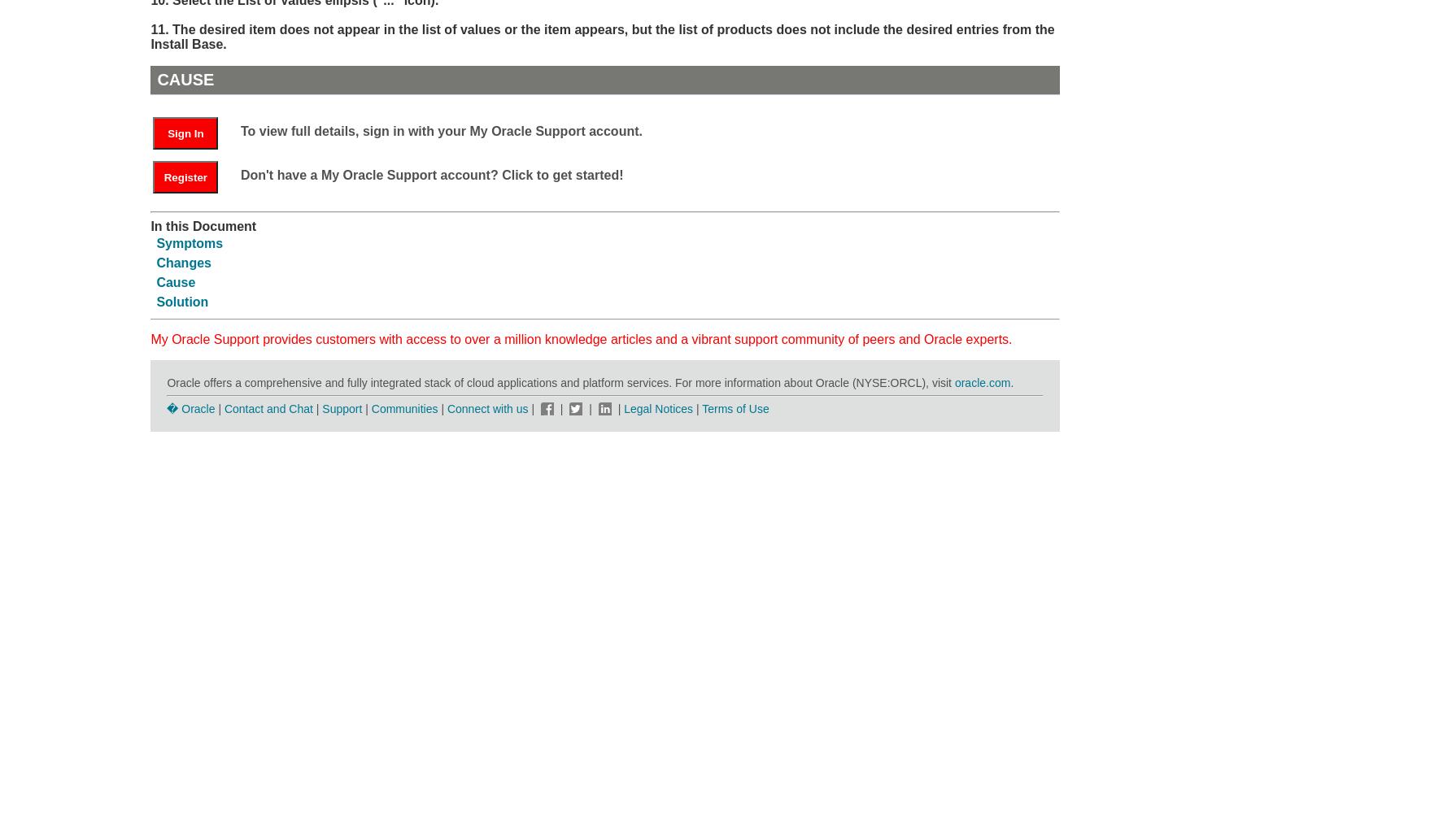 This screenshot has width=1456, height=813. I want to click on 'Terms of Use', so click(735, 408).